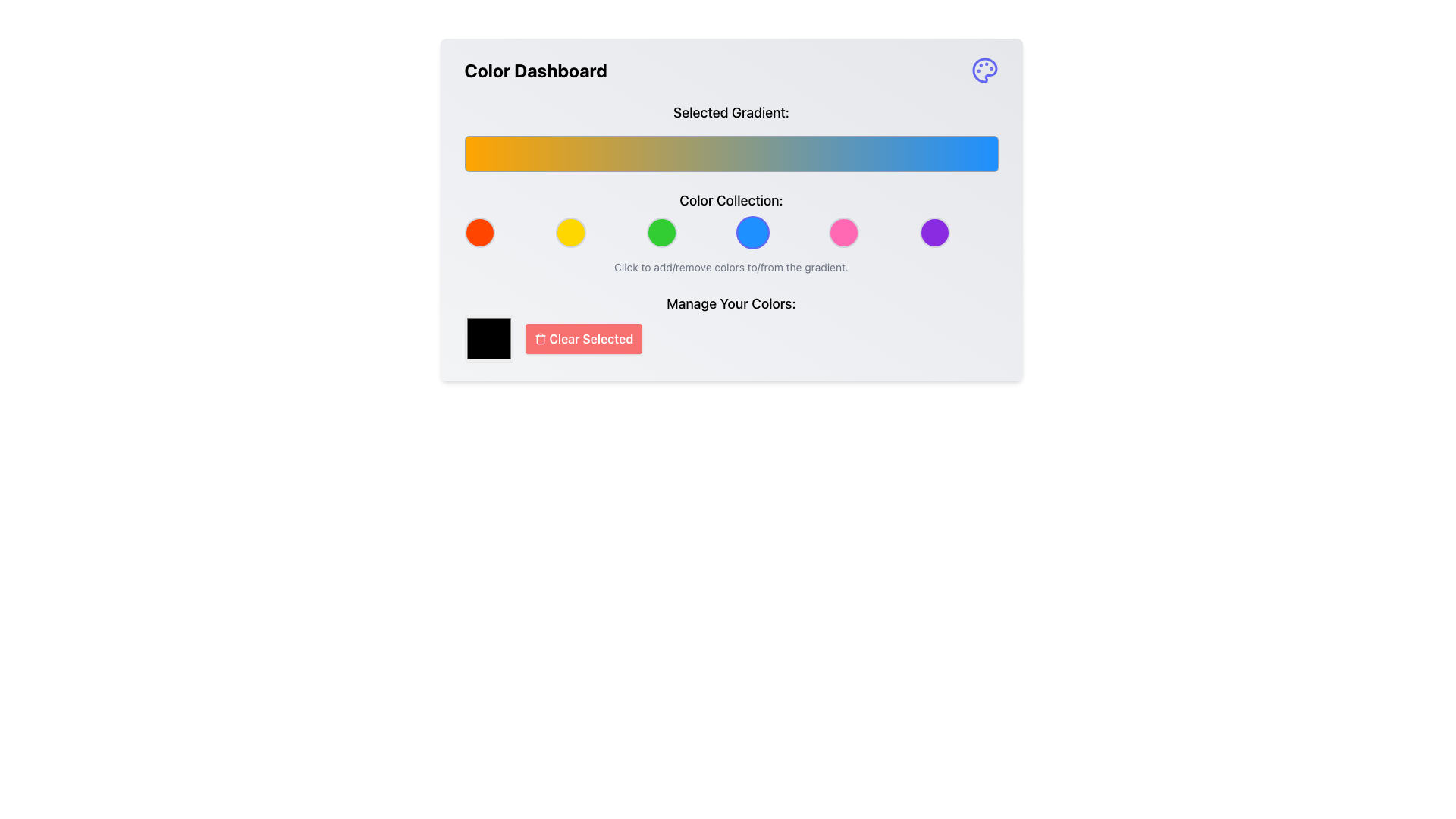 Image resolution: width=1456 pixels, height=819 pixels. Describe the element at coordinates (731, 233) in the screenshot. I see `a color swatch in the 'Color Collection:' section` at that location.